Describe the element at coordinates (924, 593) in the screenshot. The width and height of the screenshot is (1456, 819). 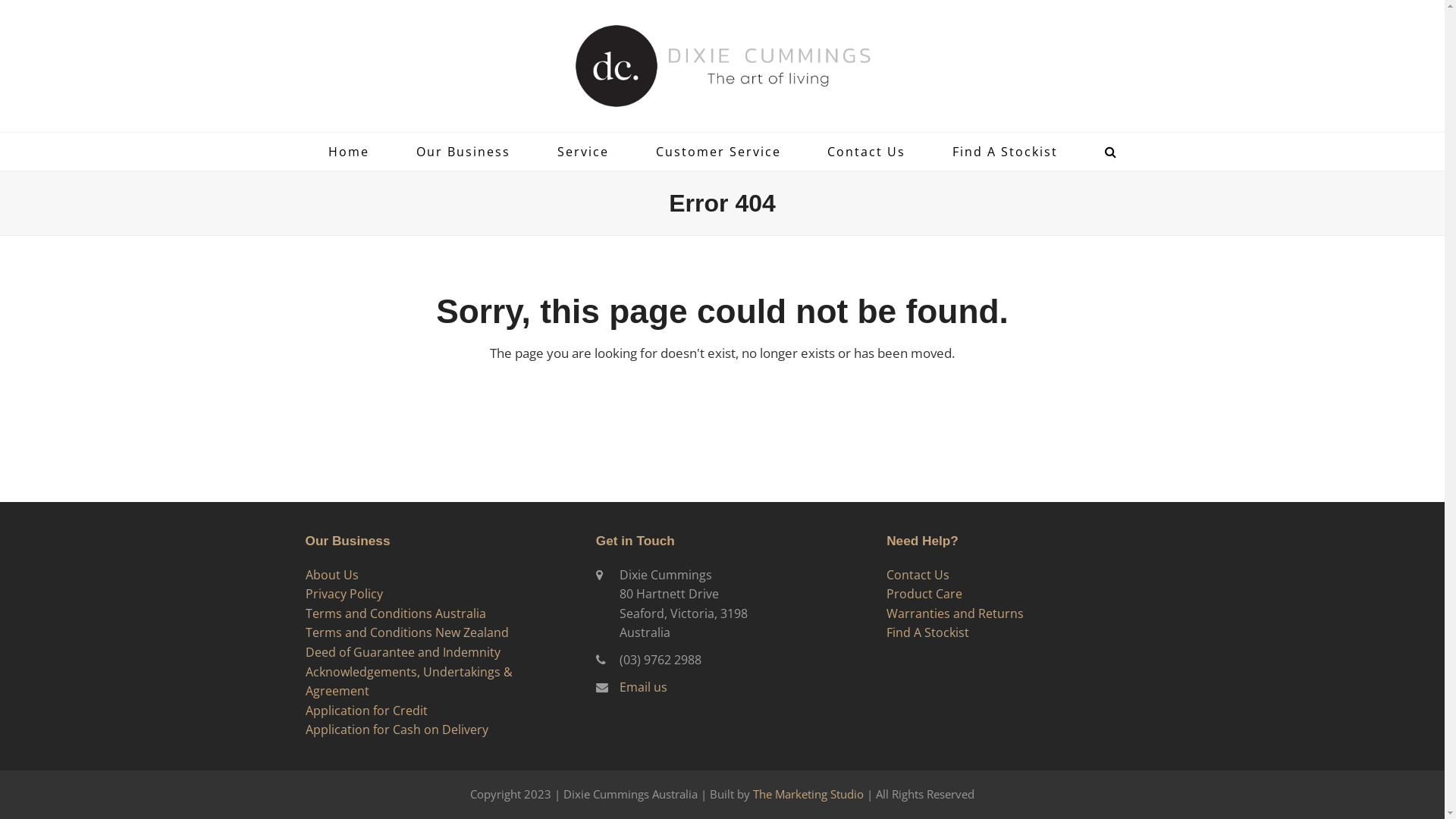
I see `'Product Care'` at that location.